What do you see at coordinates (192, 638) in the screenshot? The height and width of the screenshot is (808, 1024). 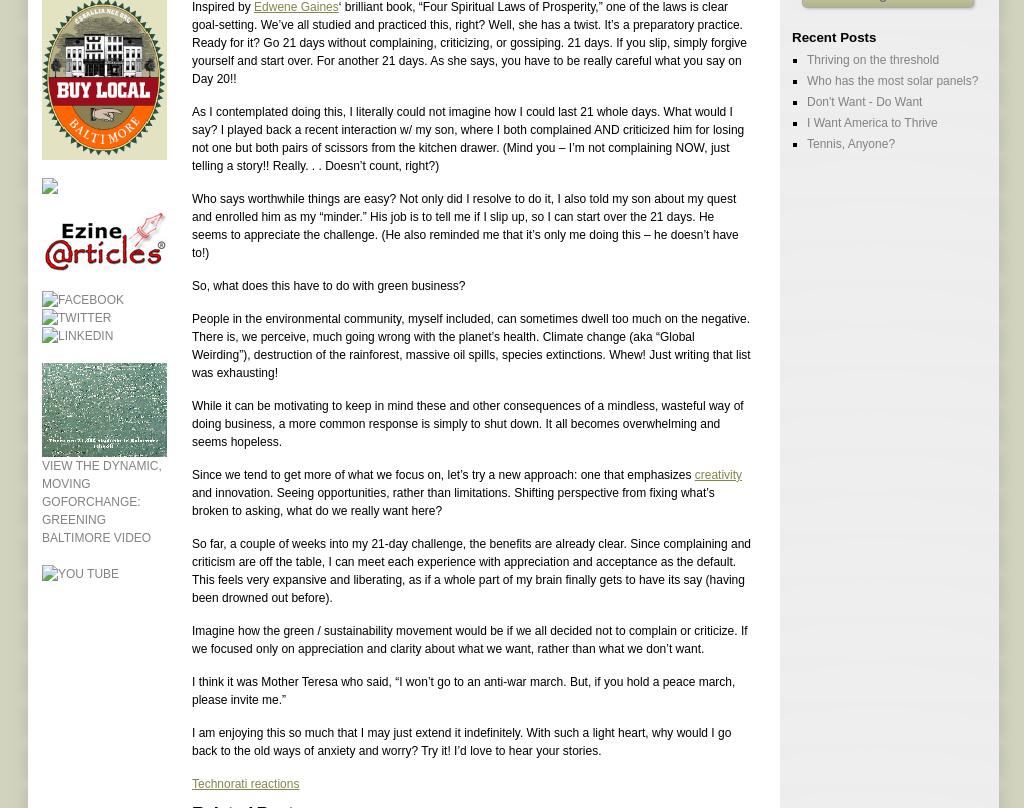 I see `'Imagine how the green / sustainability movement would be if we all decided not to complain or criticize. If we focused only on appreciation and clarity about what we want, rather than what we don’t want.'` at bounding box center [192, 638].